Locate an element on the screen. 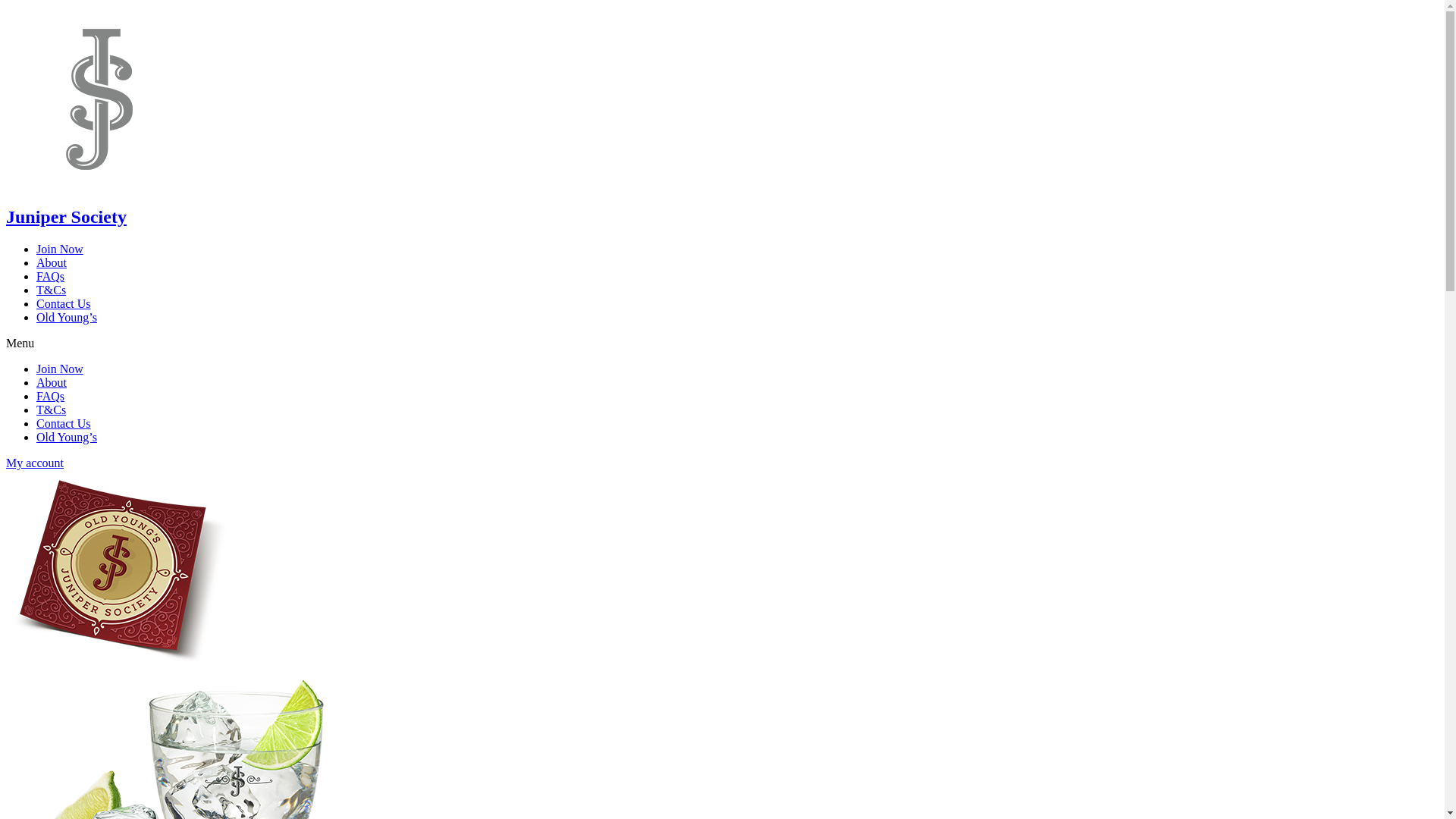 This screenshot has height=819, width=1456. 'T&Cs' is located at coordinates (51, 409).